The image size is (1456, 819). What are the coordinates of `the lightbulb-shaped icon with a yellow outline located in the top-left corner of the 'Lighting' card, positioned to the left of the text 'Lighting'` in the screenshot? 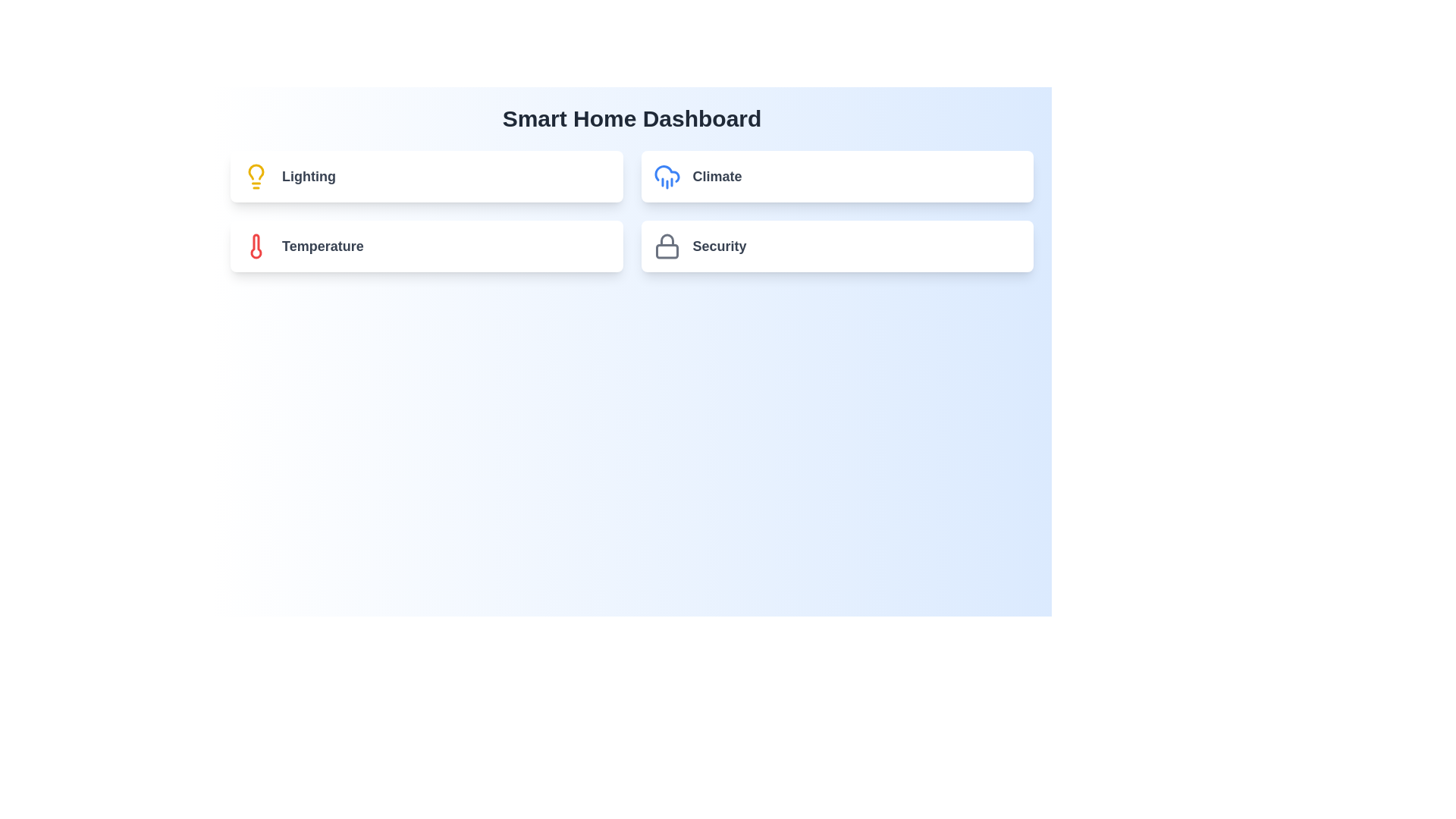 It's located at (256, 175).